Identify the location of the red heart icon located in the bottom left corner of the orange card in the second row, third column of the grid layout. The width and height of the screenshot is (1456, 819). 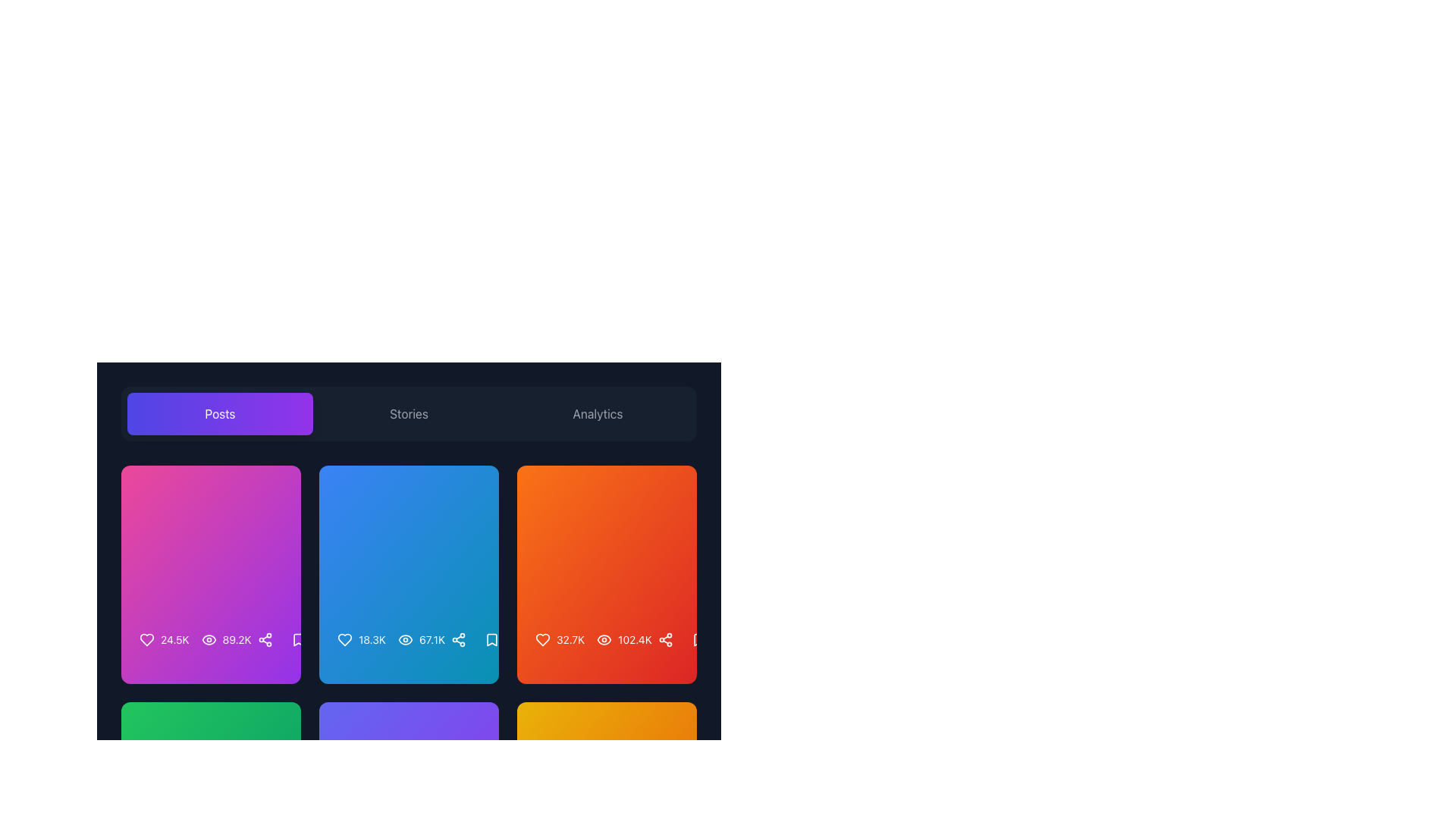
(542, 640).